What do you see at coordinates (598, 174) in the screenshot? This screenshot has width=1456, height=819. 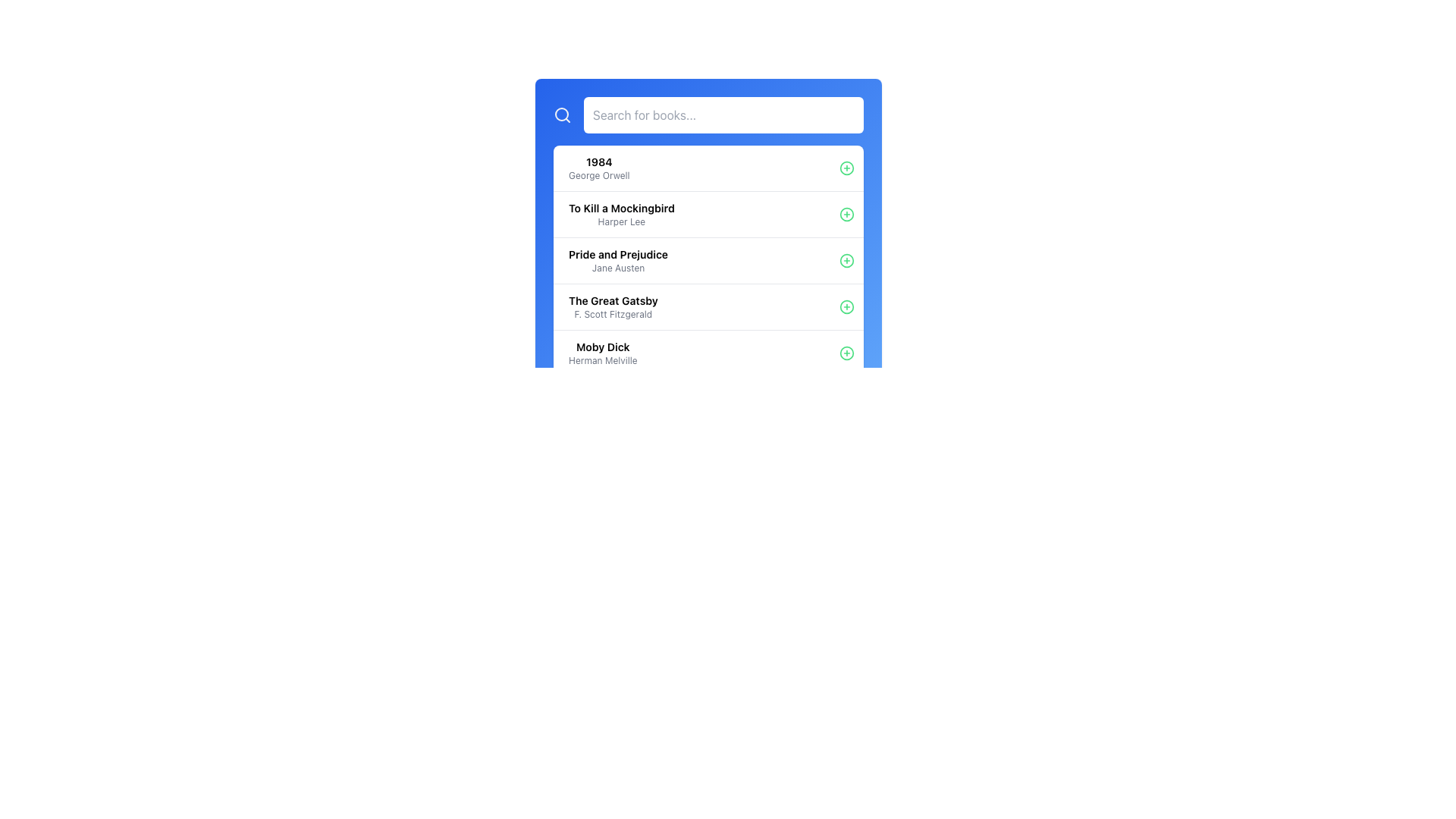 I see `the text label displaying 'George Orwell', which is located beneath the bold '1984' label in the upper left corner of the list` at bounding box center [598, 174].